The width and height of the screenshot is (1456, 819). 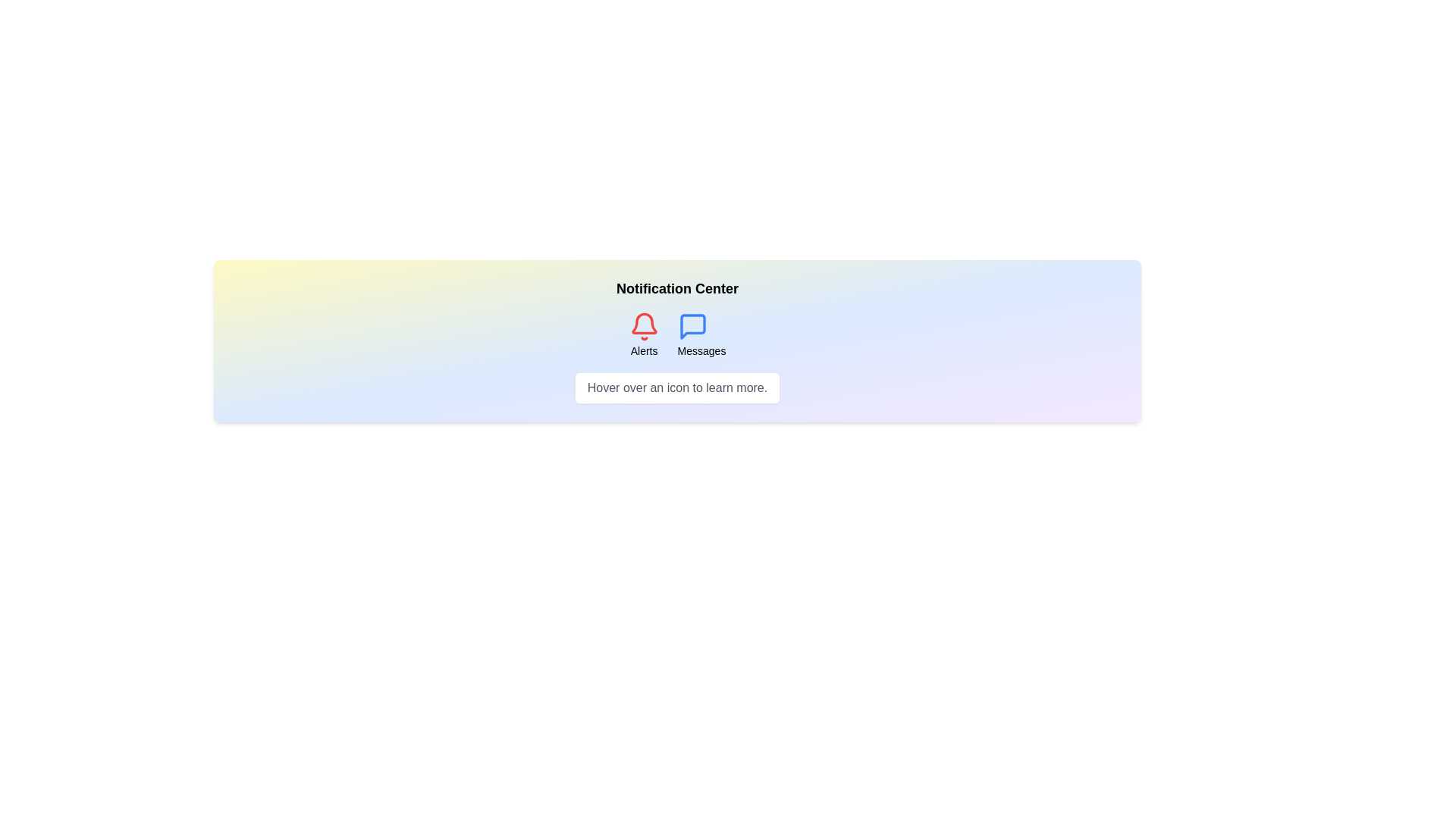 I want to click on the 'Messages' icon located in the notification center, so click(x=692, y=326).